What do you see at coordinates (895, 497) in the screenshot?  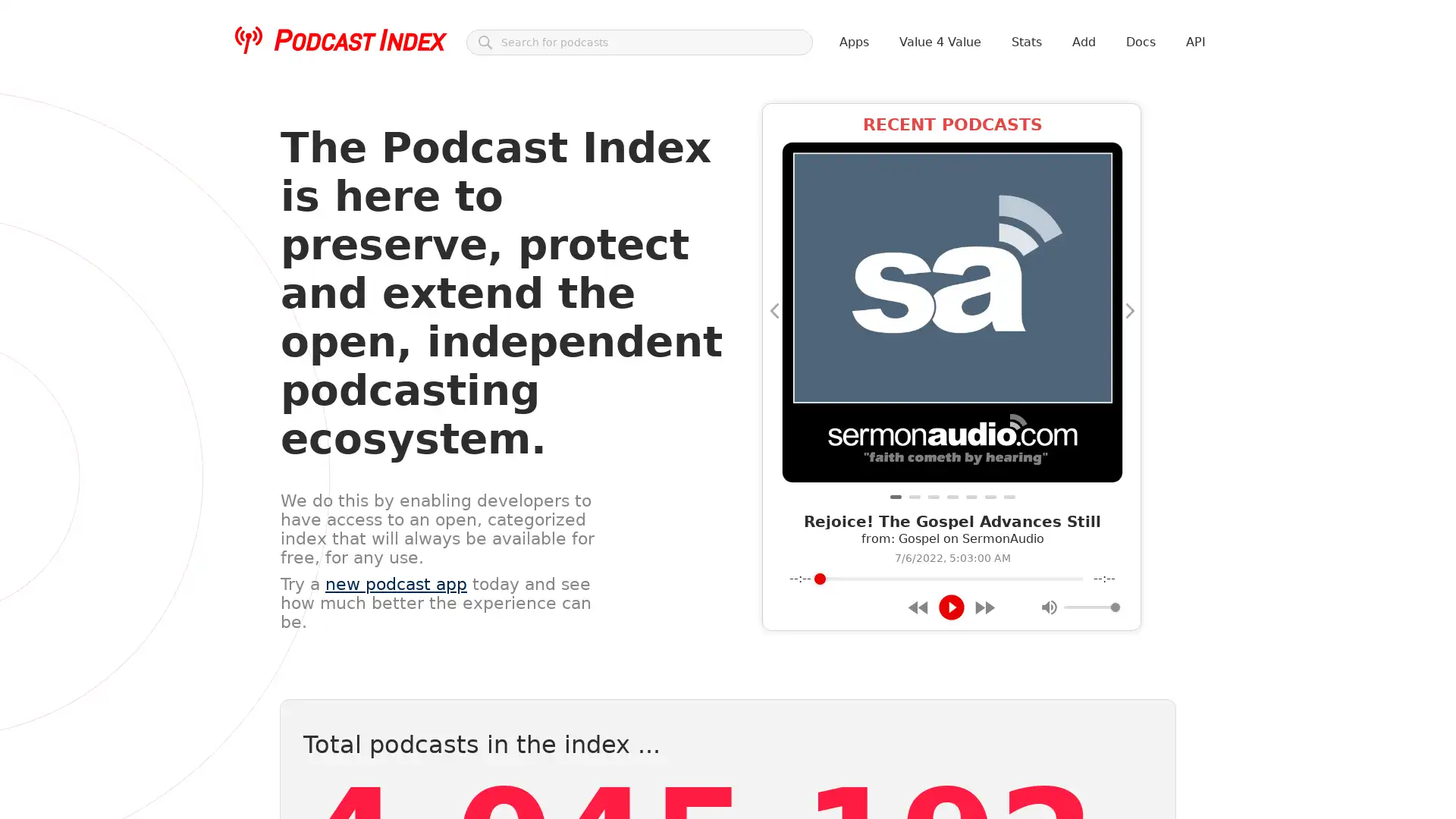 I see `Rejoice! The Gospel Advances Still` at bounding box center [895, 497].